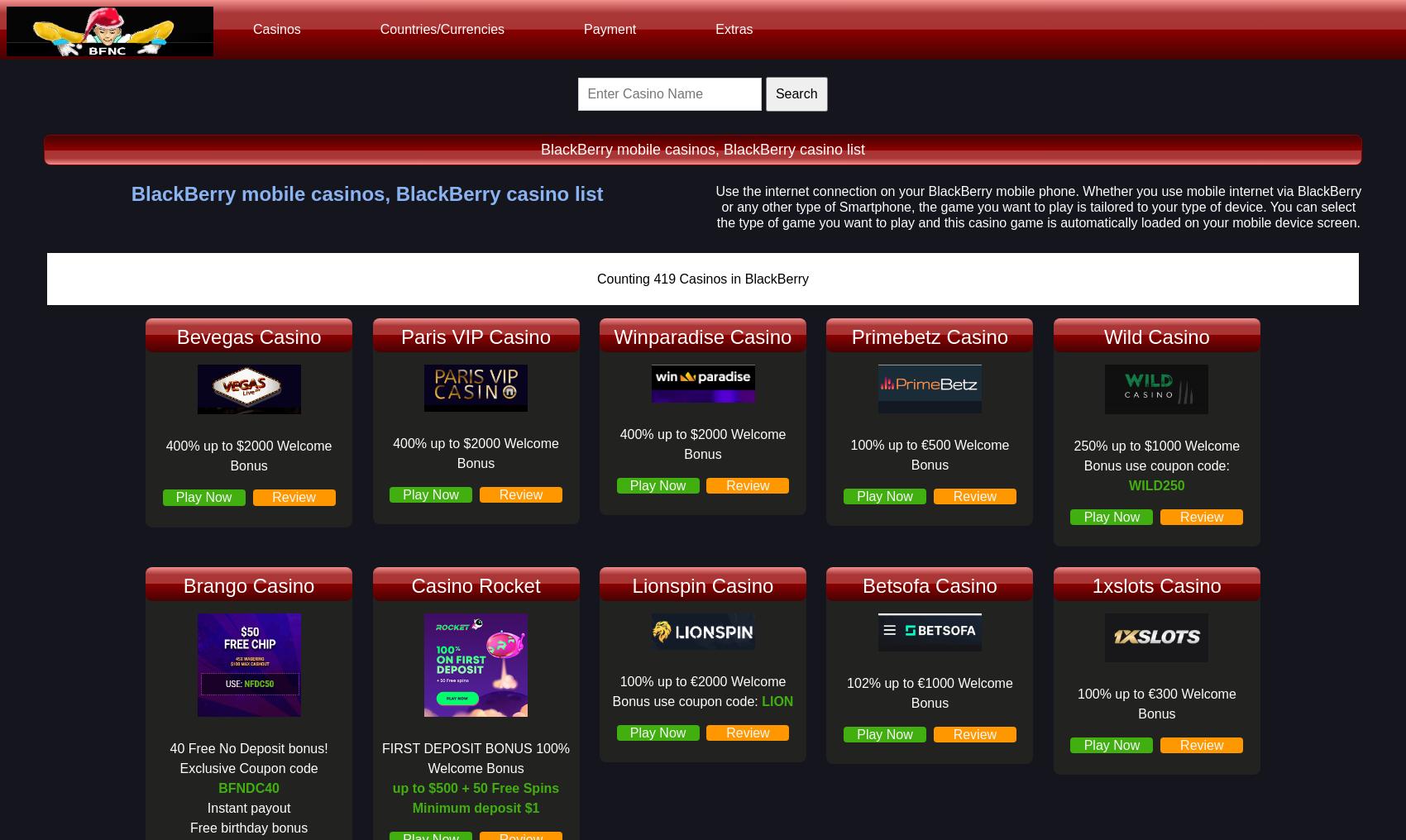 The height and width of the screenshot is (840, 1406). Describe the element at coordinates (584, 28) in the screenshot. I see `'Payment'` at that location.